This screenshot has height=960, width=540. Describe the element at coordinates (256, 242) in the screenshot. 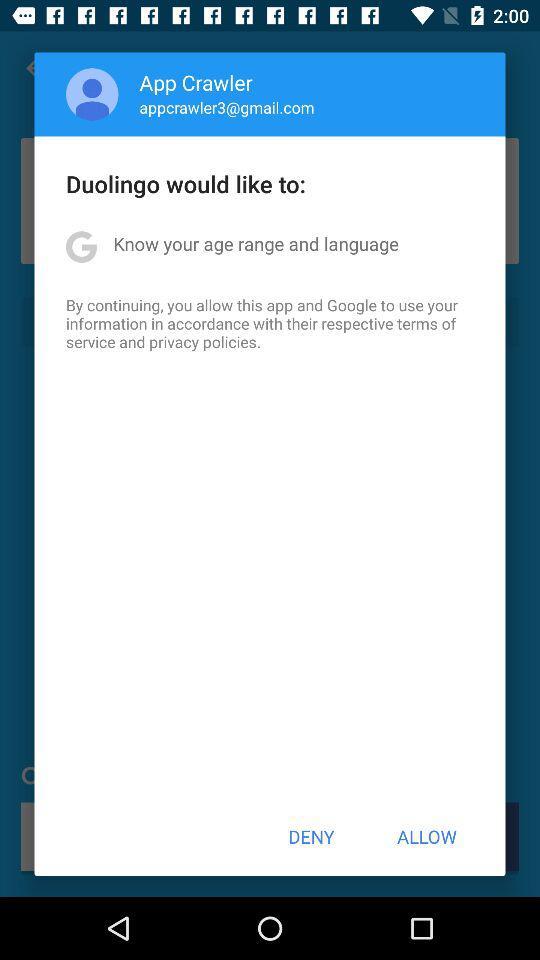

I see `the item above the by continuing you` at that location.